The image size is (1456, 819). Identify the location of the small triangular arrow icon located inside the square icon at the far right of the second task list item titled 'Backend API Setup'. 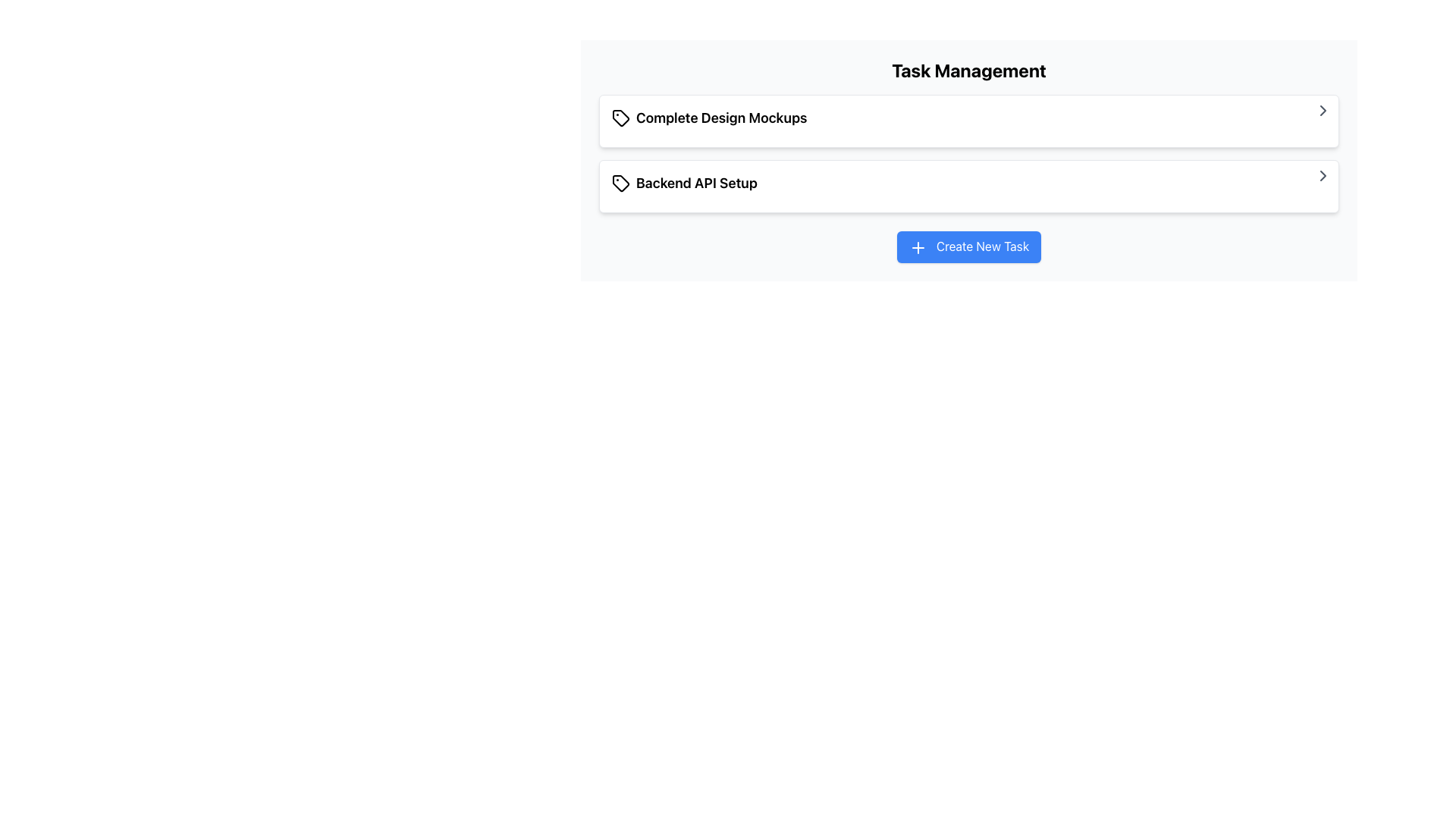
(1323, 174).